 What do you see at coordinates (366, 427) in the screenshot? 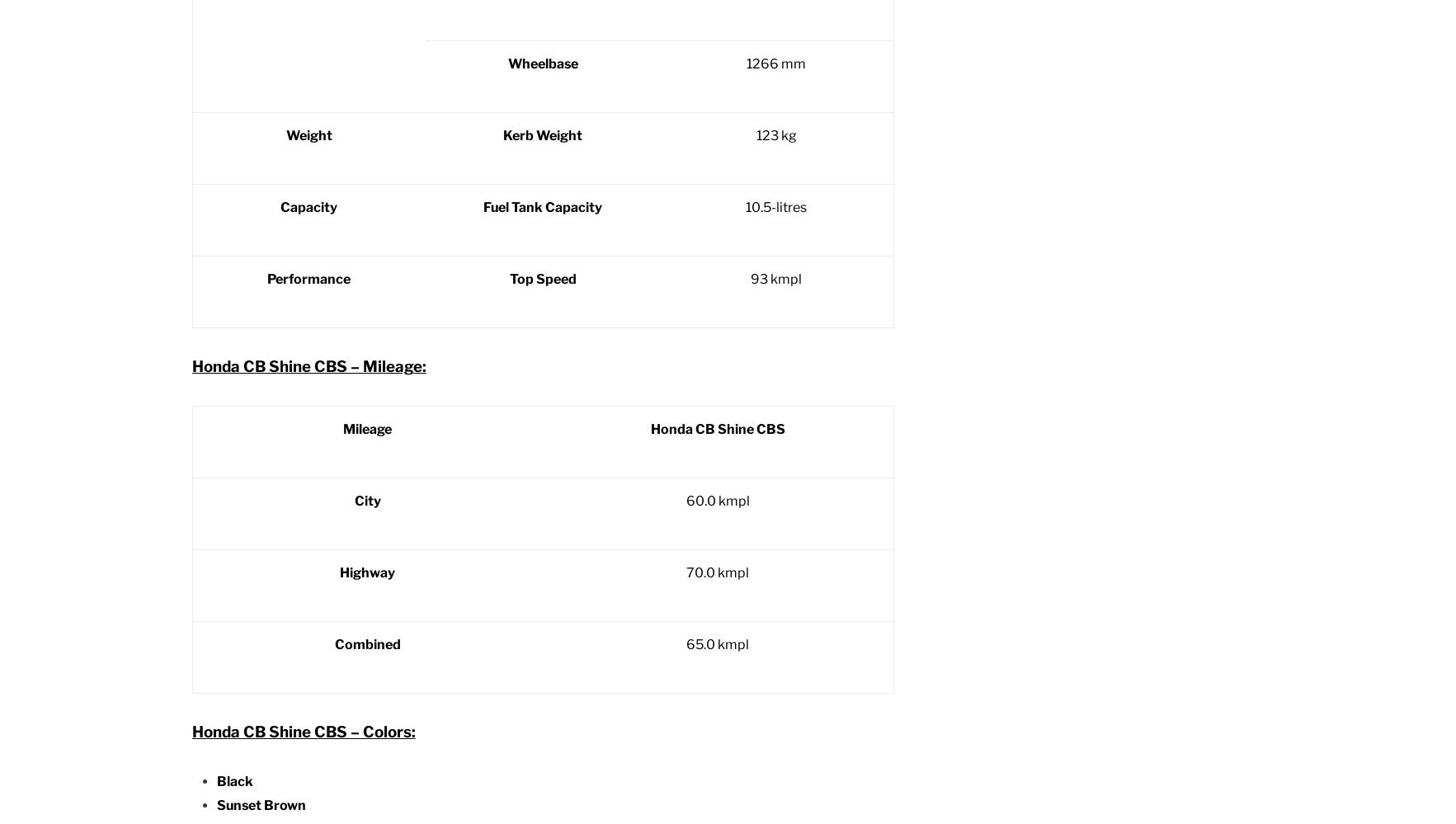
I see `'Mileage'` at bounding box center [366, 427].